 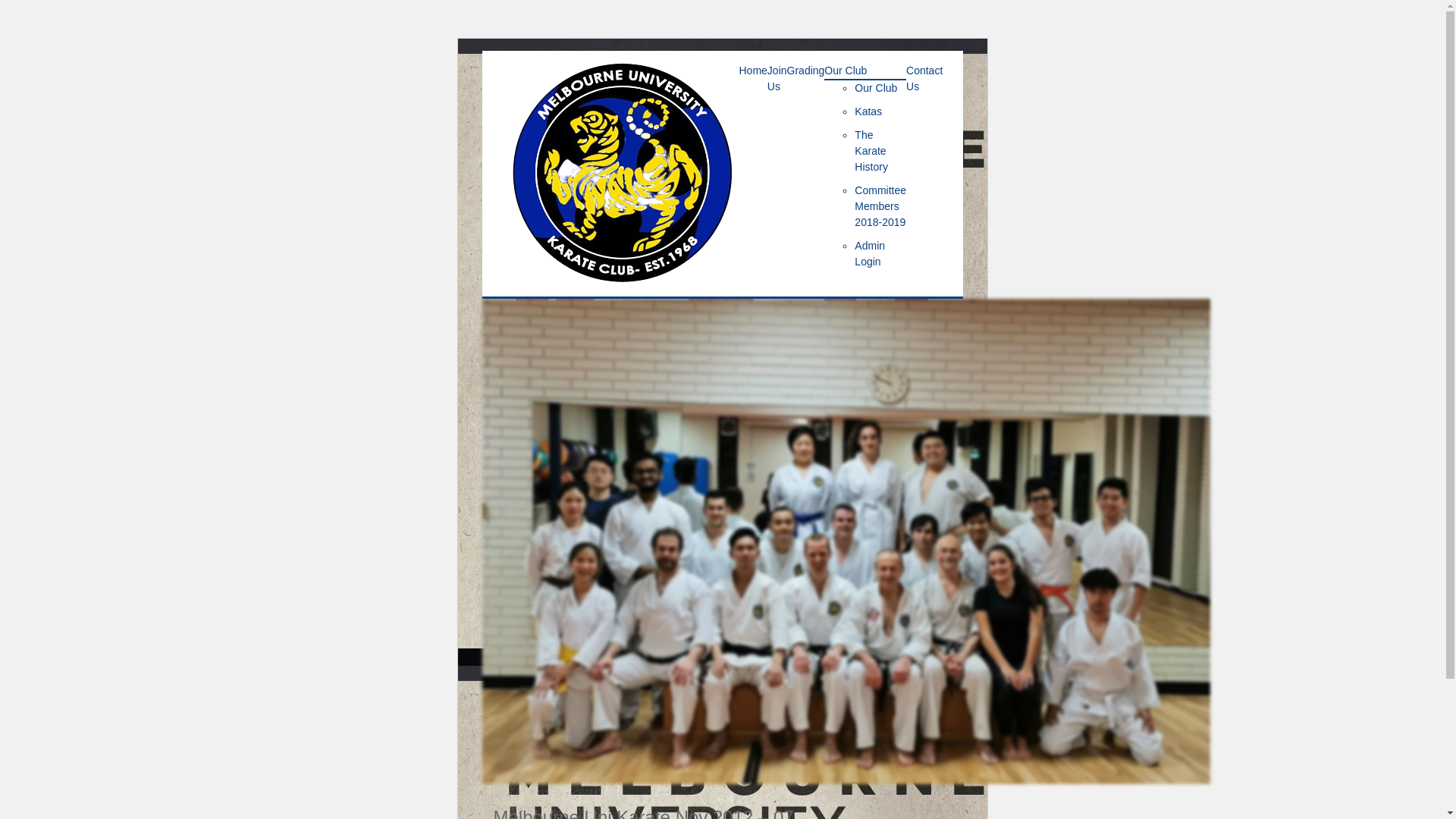 I want to click on 'Contact Us', so click(x=906, y=77).